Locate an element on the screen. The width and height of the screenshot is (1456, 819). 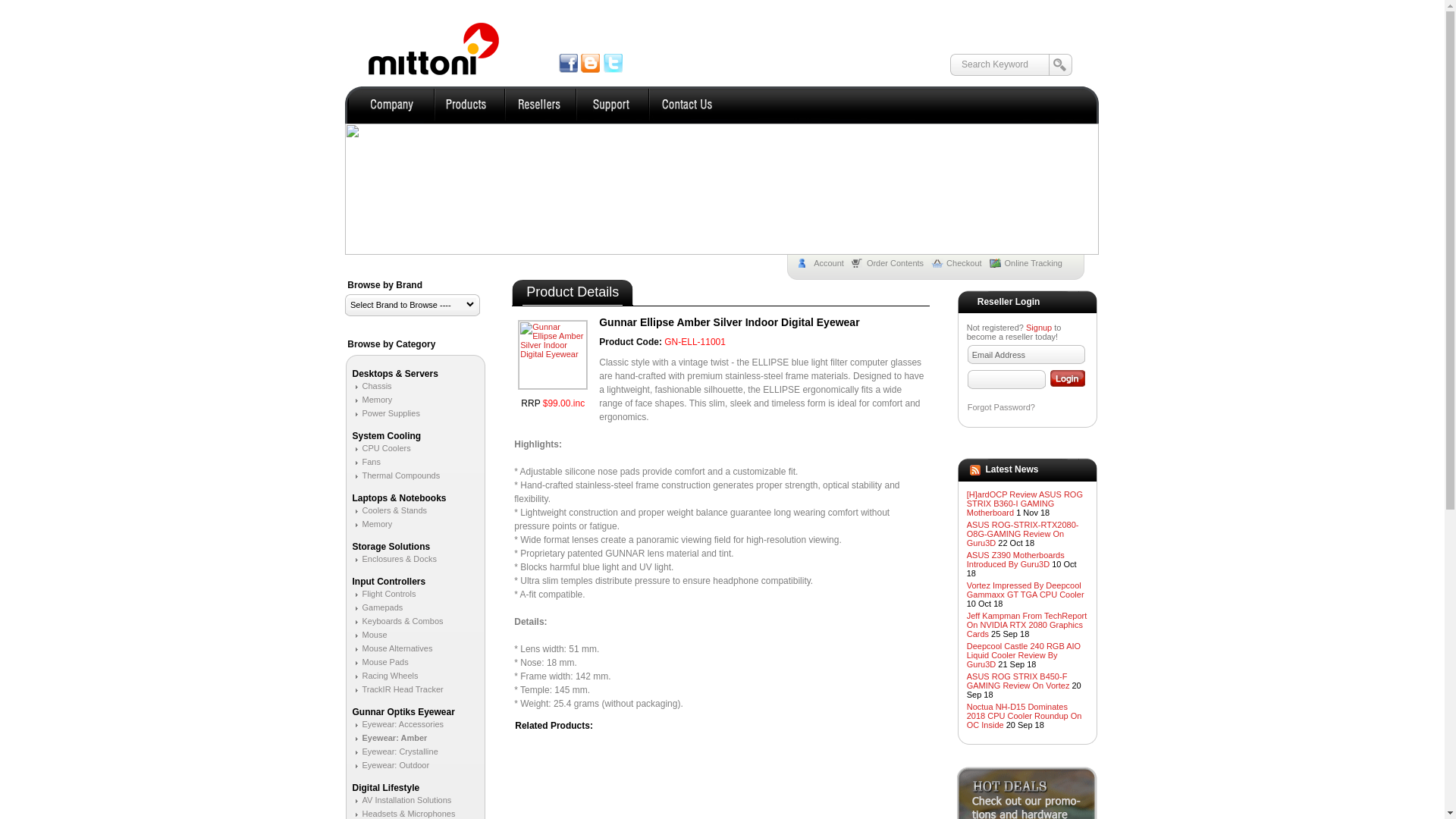
'Eyewear: Outdoor' is located at coordinates (390, 765).